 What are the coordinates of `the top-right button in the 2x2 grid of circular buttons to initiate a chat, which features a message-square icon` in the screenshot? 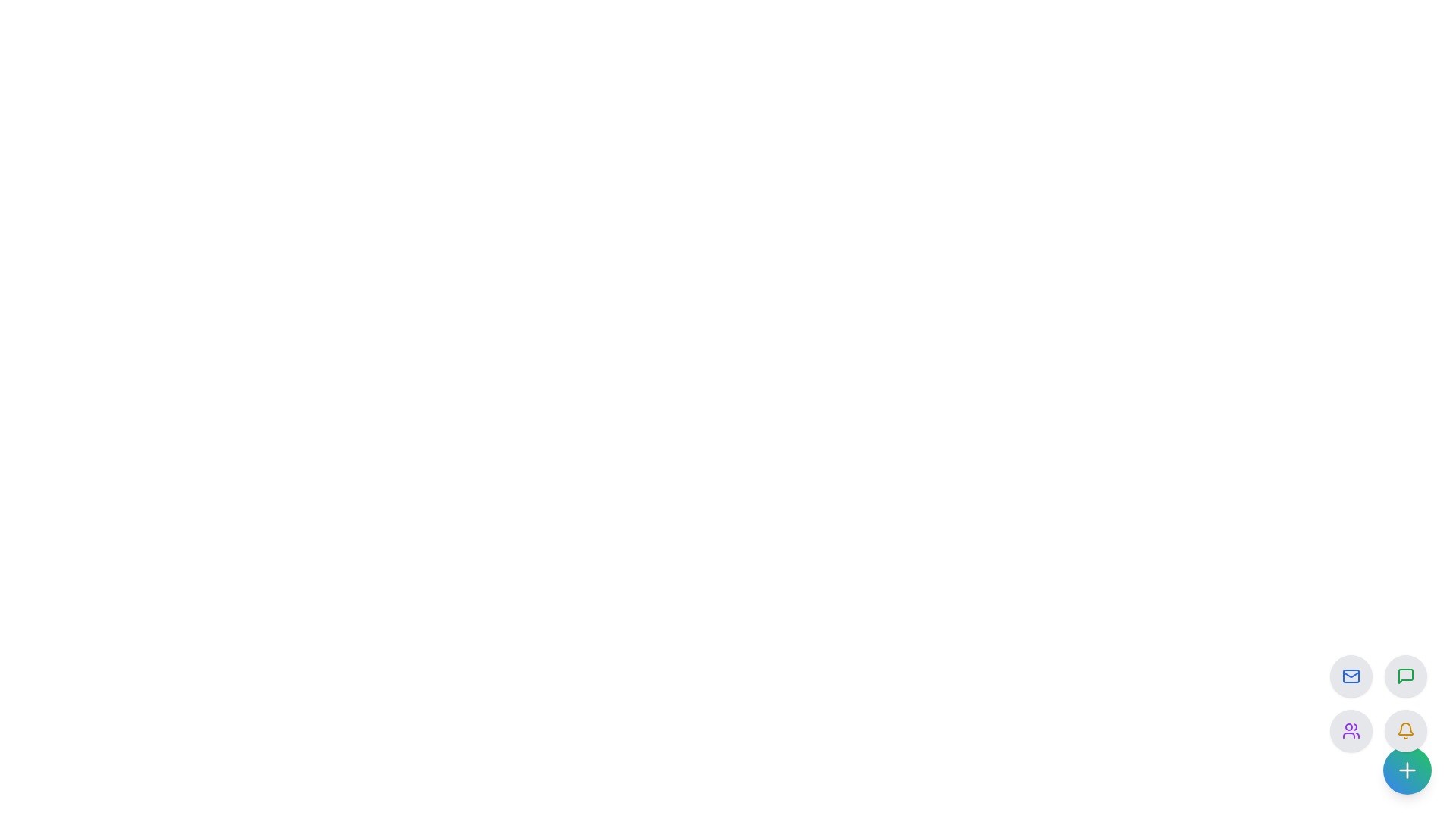 It's located at (1404, 675).